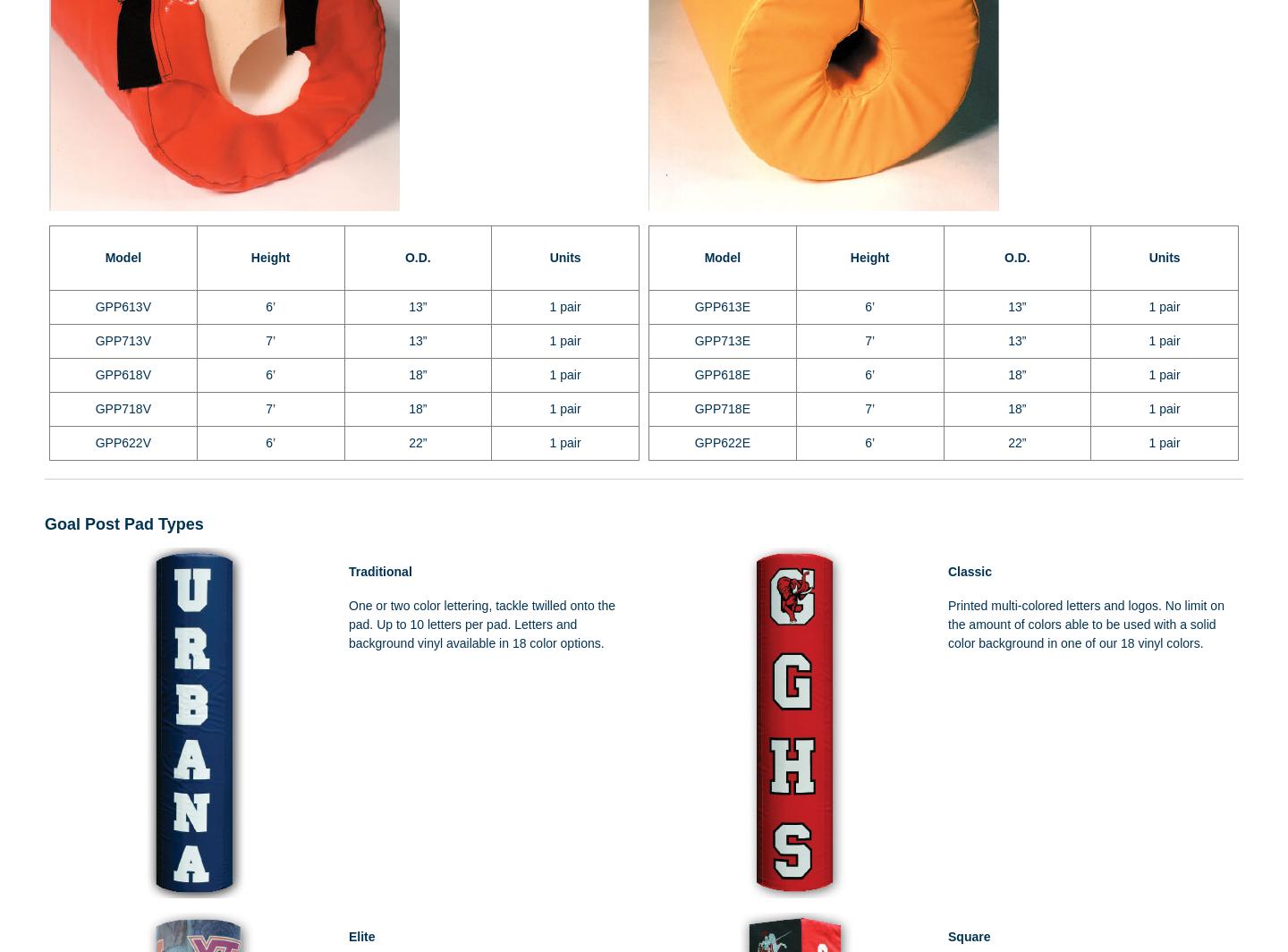 The width and height of the screenshot is (1288, 952). What do you see at coordinates (122, 442) in the screenshot?
I see `'GPP622V'` at bounding box center [122, 442].